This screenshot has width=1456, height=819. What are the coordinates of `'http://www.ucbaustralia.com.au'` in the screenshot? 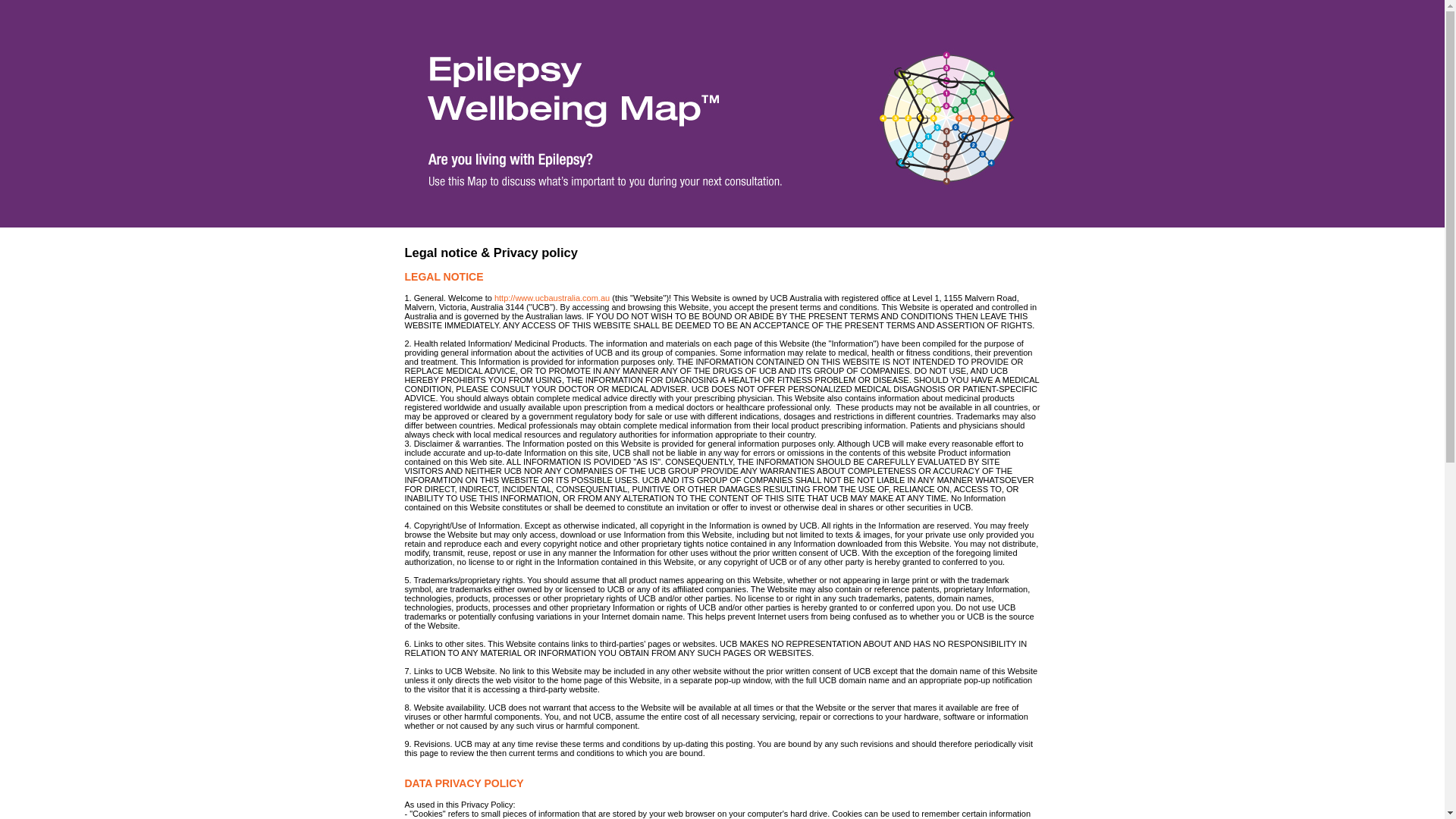 It's located at (551, 298).